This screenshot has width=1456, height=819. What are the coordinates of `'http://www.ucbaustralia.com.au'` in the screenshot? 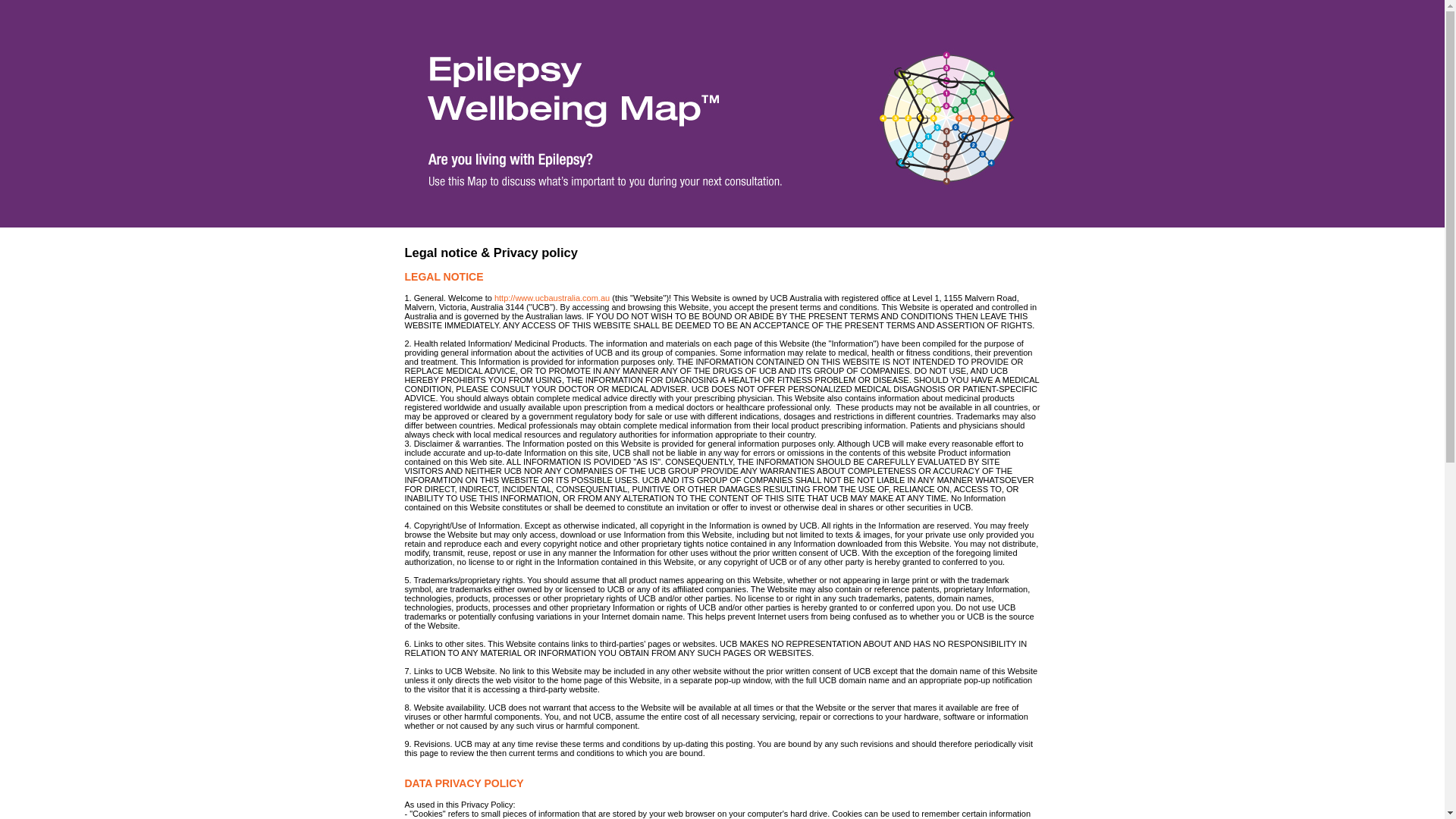 It's located at (551, 298).